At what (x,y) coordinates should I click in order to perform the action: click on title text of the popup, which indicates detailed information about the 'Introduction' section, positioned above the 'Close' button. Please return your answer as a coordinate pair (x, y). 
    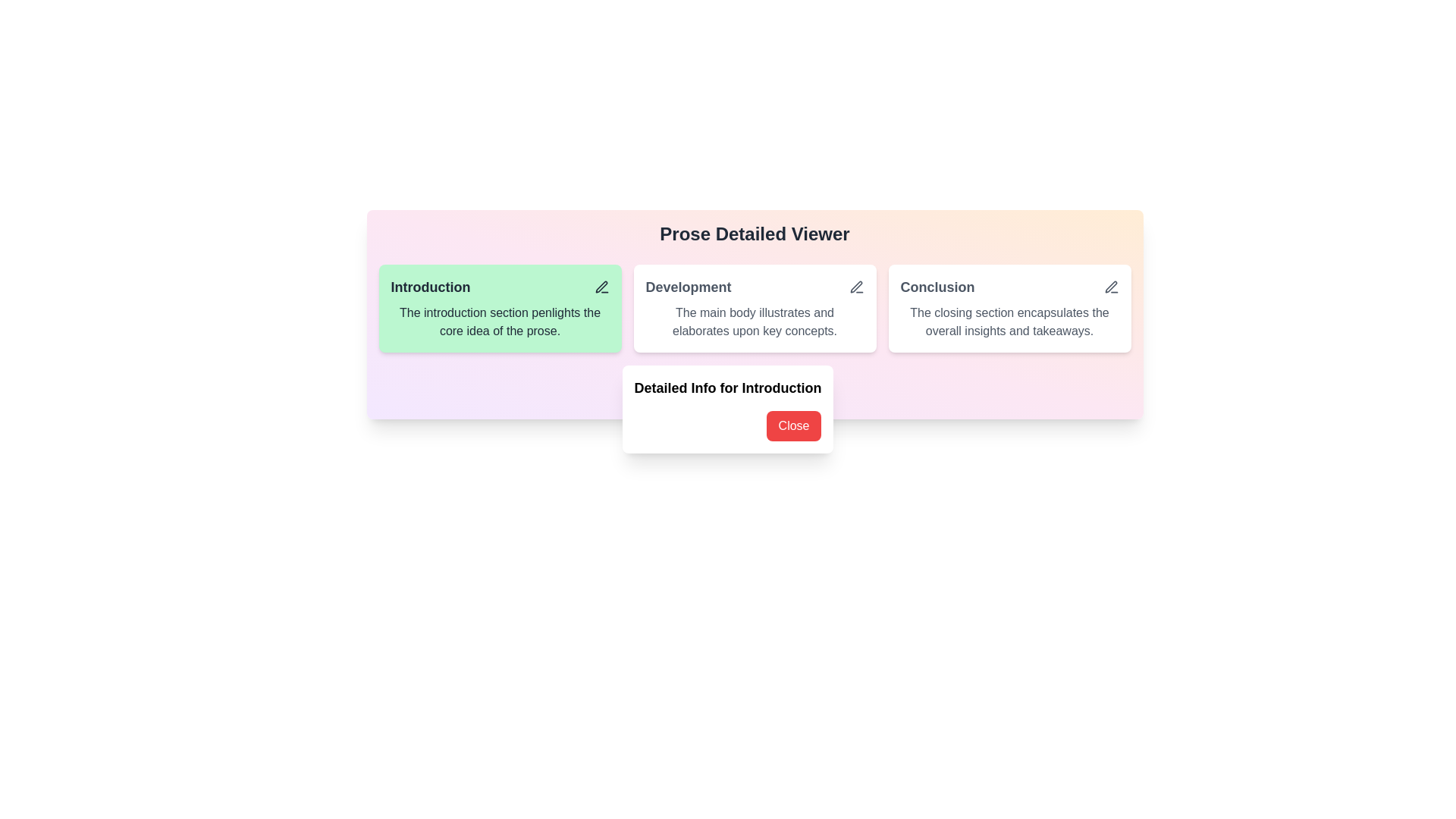
    Looking at the image, I should click on (728, 388).